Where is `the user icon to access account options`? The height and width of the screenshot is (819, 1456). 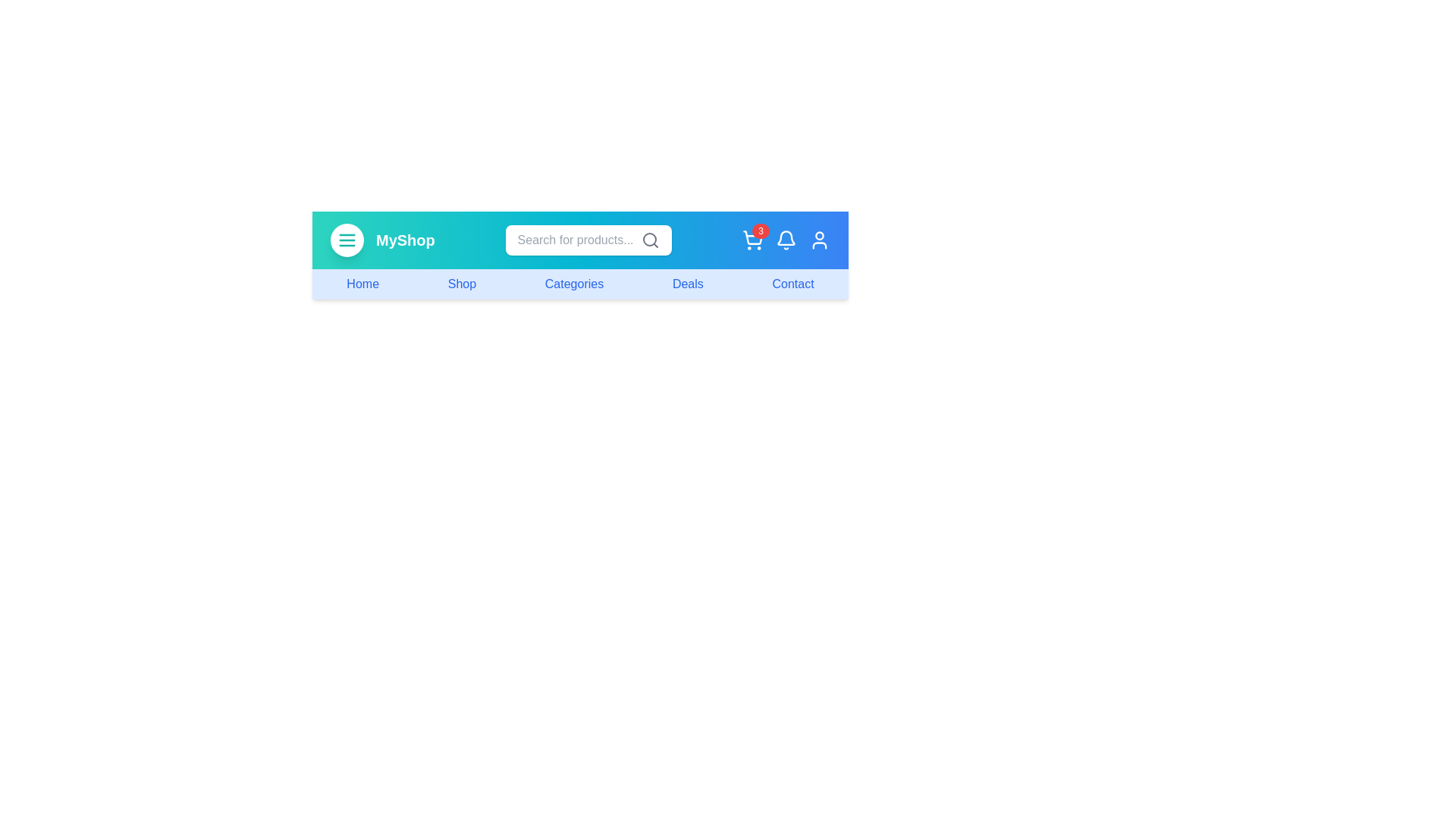
the user icon to access account options is located at coordinates (818, 239).